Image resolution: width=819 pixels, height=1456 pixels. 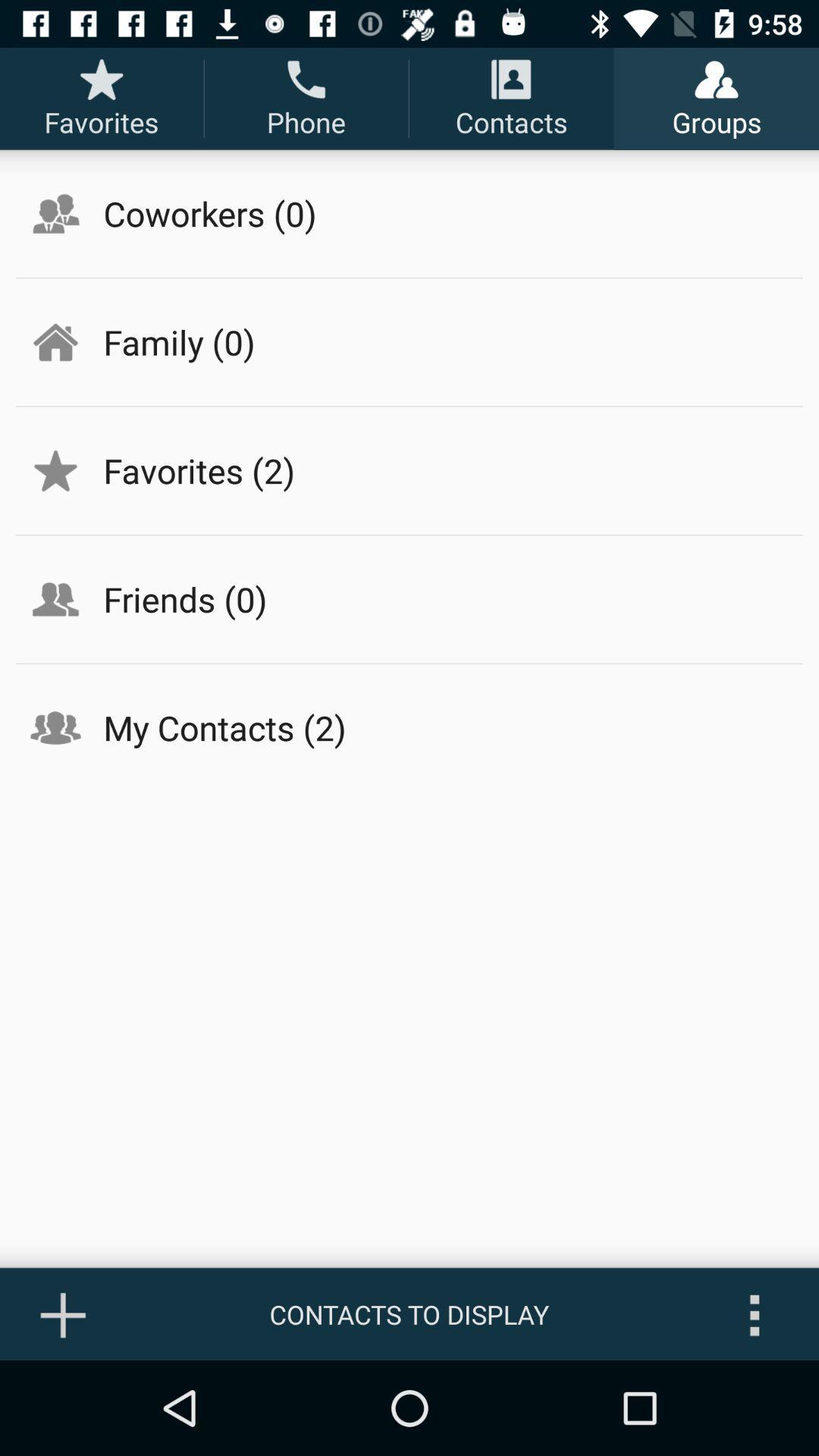 I want to click on icon next to the contacts to display item, so click(x=63, y=1313).